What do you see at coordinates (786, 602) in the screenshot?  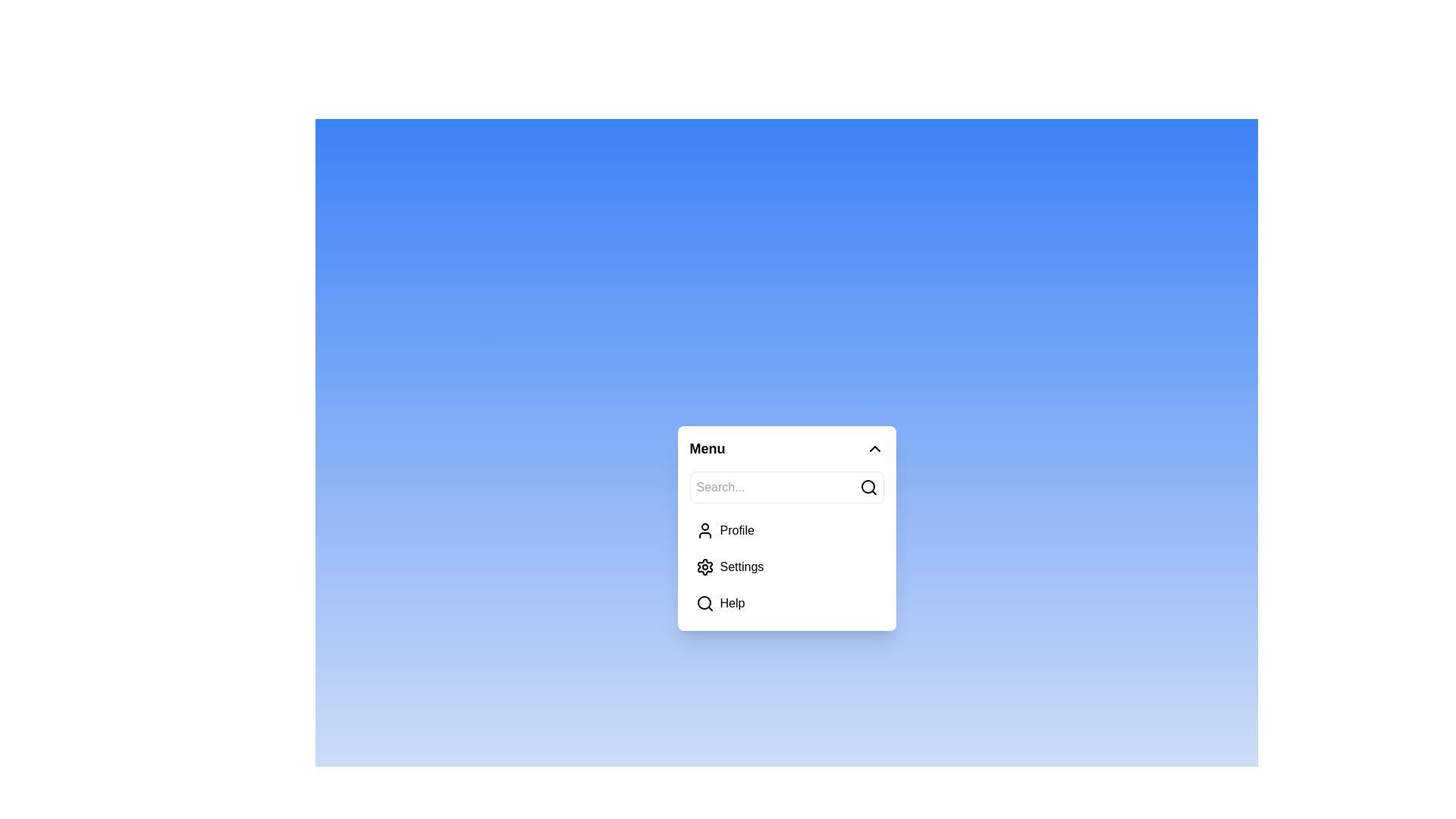 I see `the menu item Help from the list` at bounding box center [786, 602].